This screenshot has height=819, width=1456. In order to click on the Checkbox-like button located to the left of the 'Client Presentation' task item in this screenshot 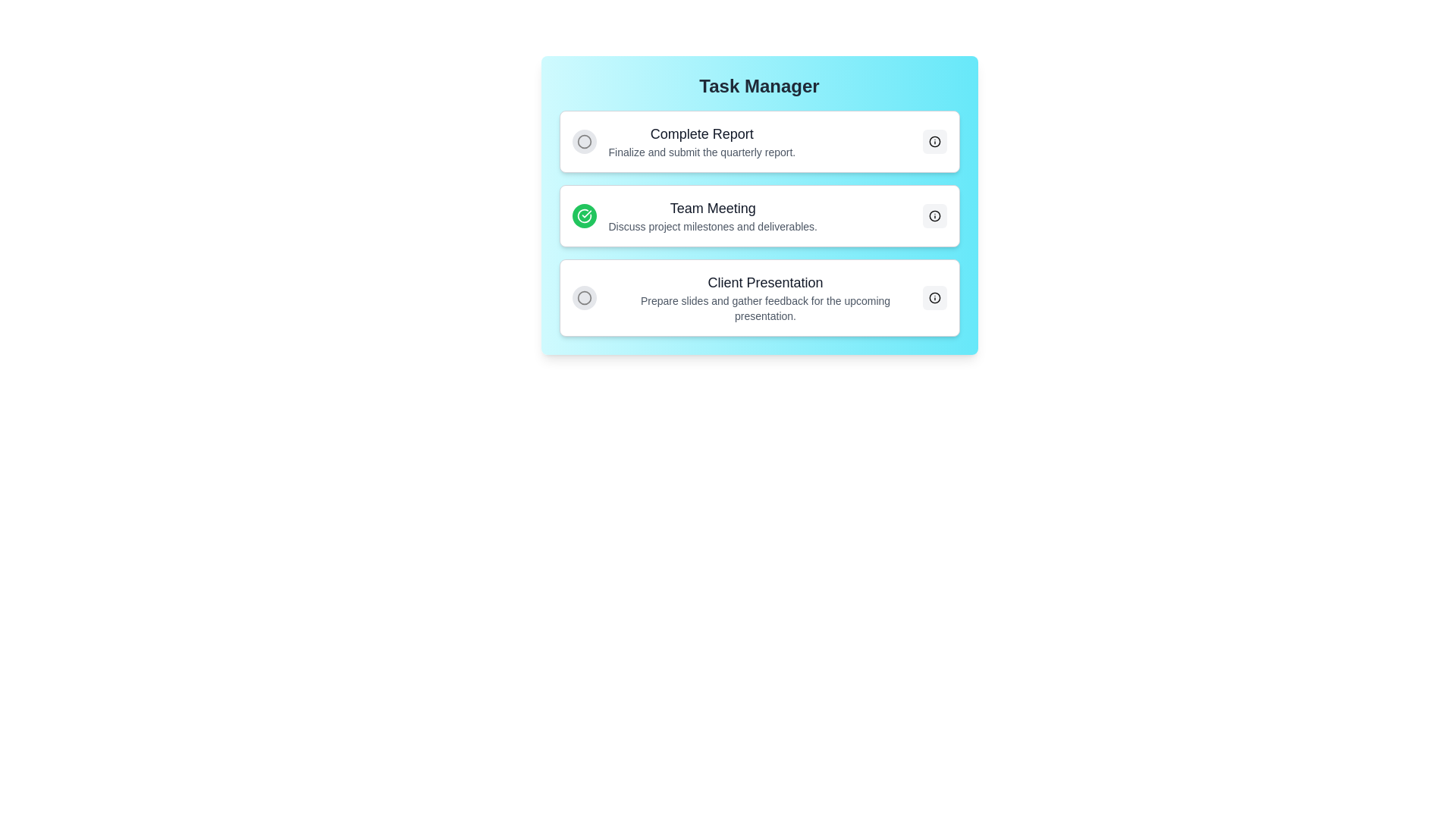, I will do `click(583, 298)`.